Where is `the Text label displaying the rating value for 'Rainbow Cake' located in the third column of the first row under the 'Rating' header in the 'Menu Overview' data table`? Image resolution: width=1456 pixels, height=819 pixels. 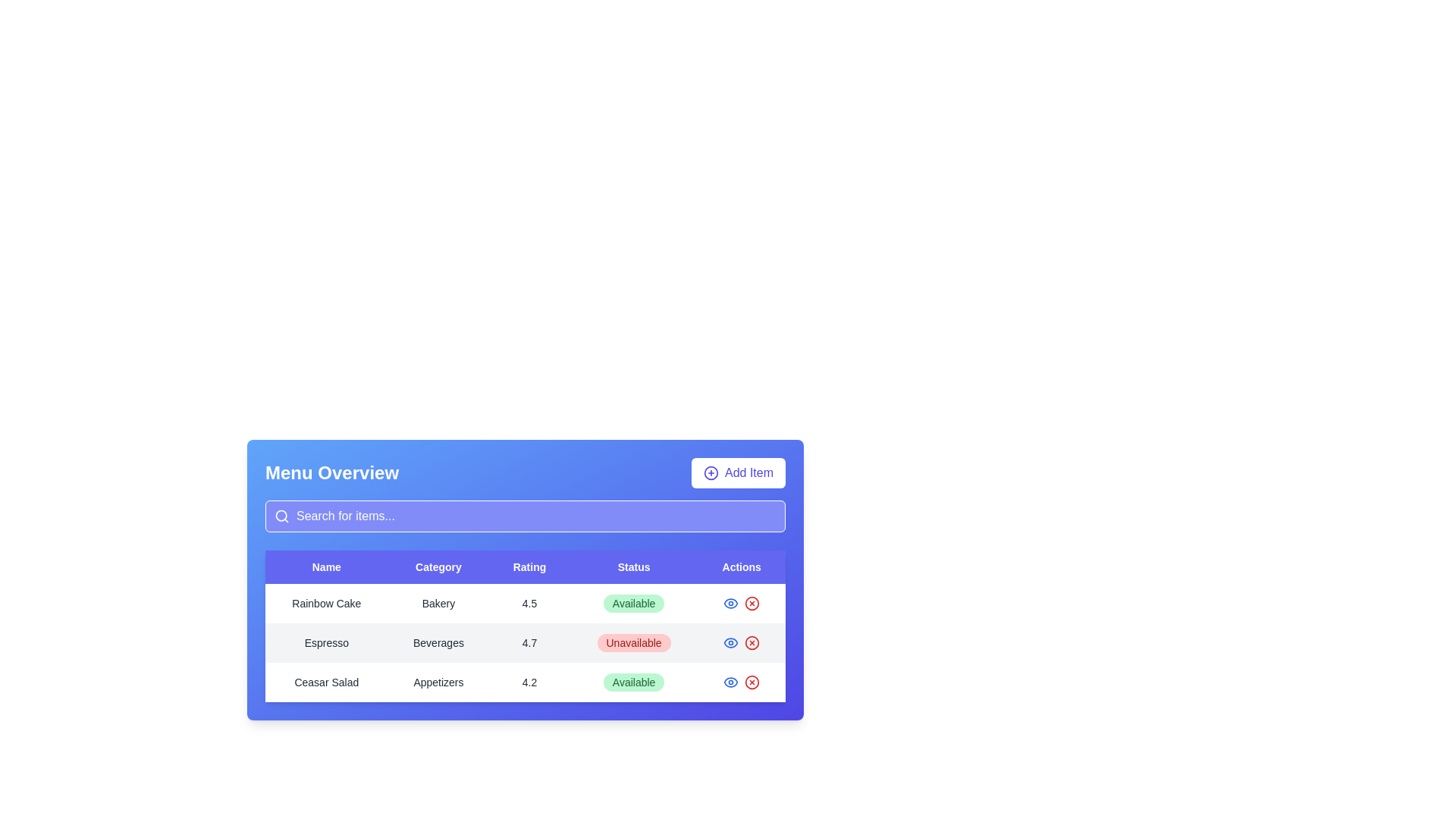
the Text label displaying the rating value for 'Rainbow Cake' located in the third column of the first row under the 'Rating' header in the 'Menu Overview' data table is located at coordinates (529, 602).